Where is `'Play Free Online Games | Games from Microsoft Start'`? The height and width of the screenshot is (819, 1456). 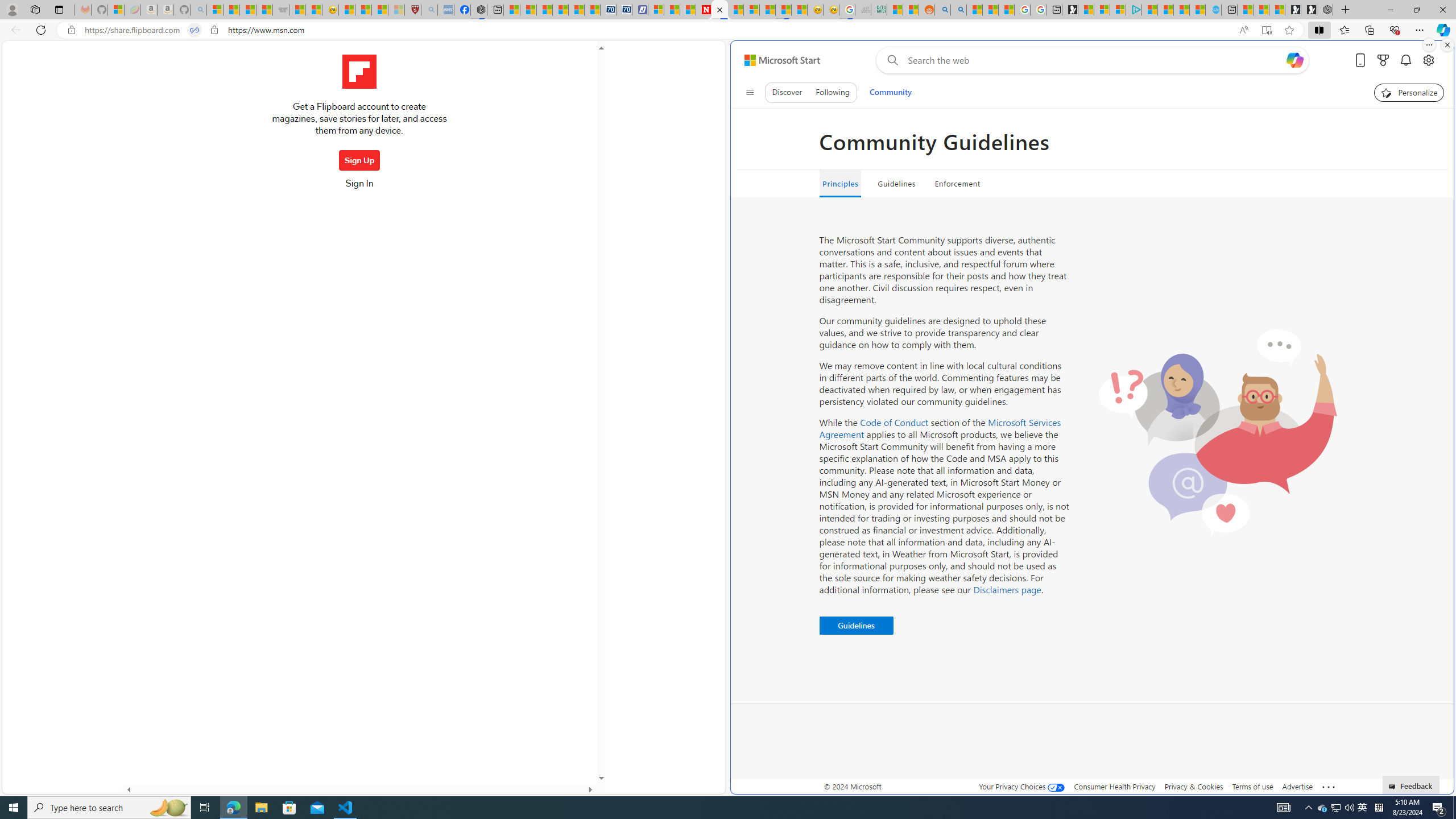 'Play Free Online Games | Games from Microsoft Start' is located at coordinates (1308, 9).